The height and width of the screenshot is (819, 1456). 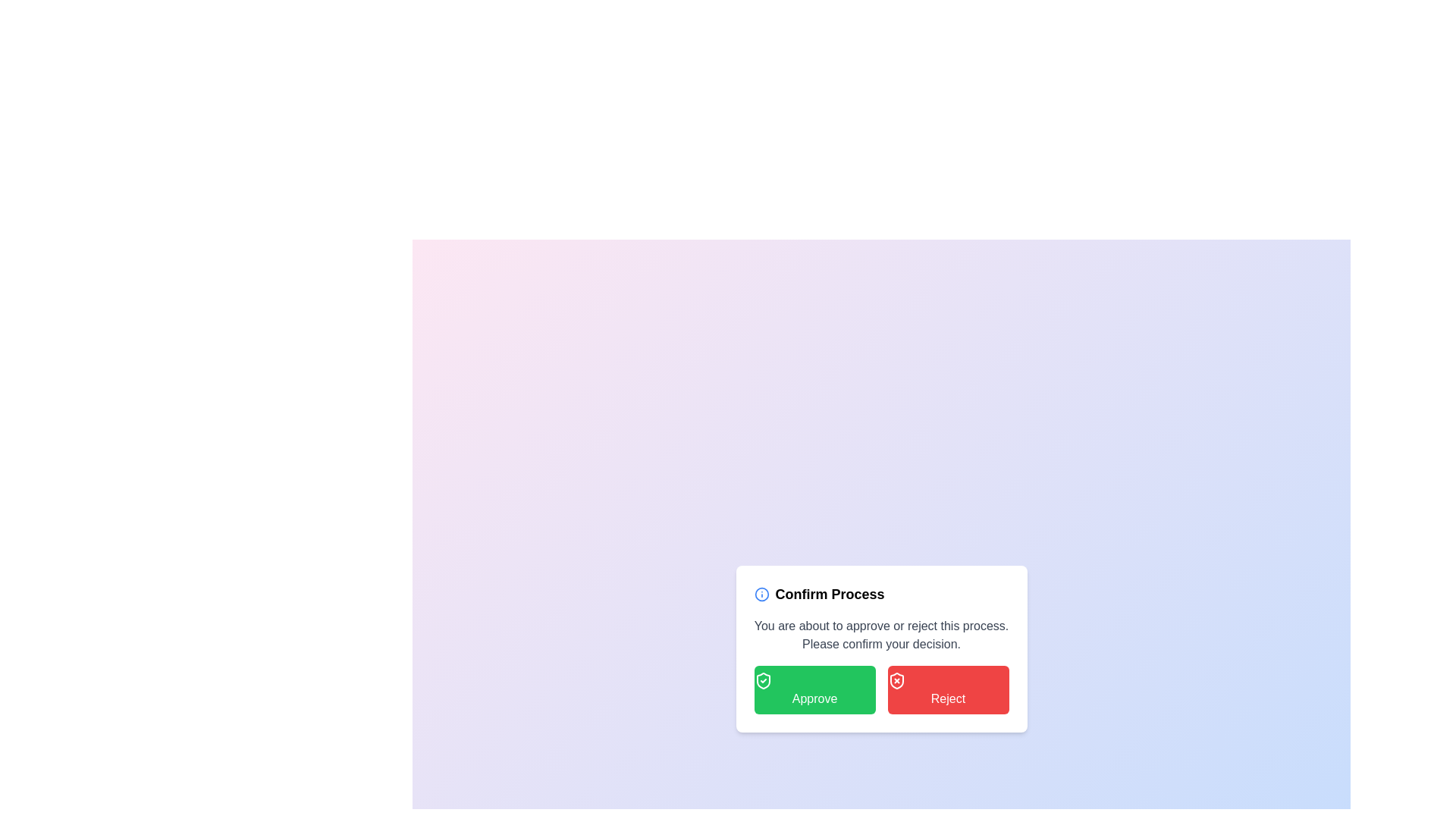 I want to click on the 'Reject' button, which is a rectangular button with a red background and white bold text, located at the lower-right part of the confirmation dialog box, so click(x=947, y=690).